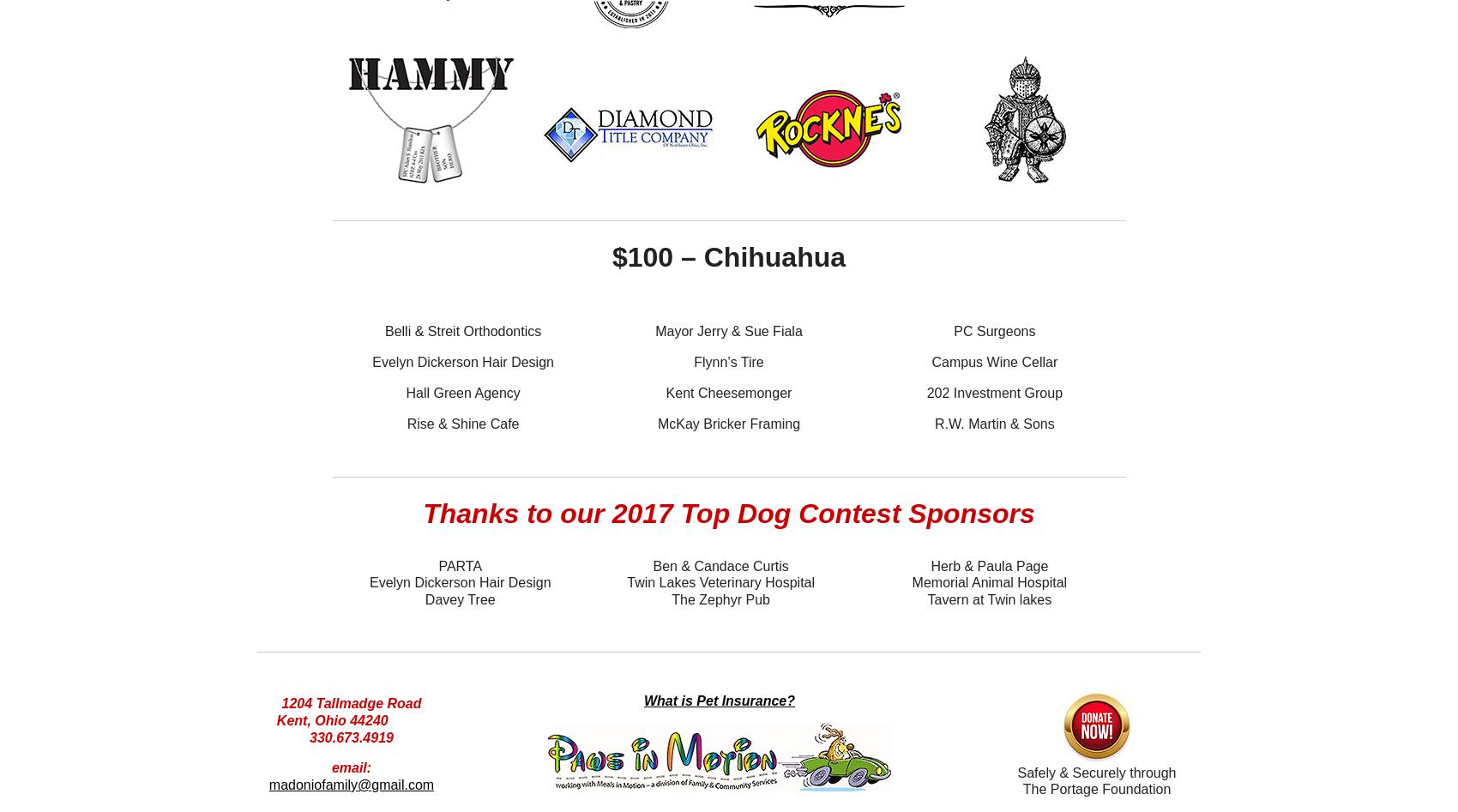 This screenshot has height=812, width=1458. What do you see at coordinates (350, 784) in the screenshot?
I see `'madoniofamily@gmail.com'` at bounding box center [350, 784].